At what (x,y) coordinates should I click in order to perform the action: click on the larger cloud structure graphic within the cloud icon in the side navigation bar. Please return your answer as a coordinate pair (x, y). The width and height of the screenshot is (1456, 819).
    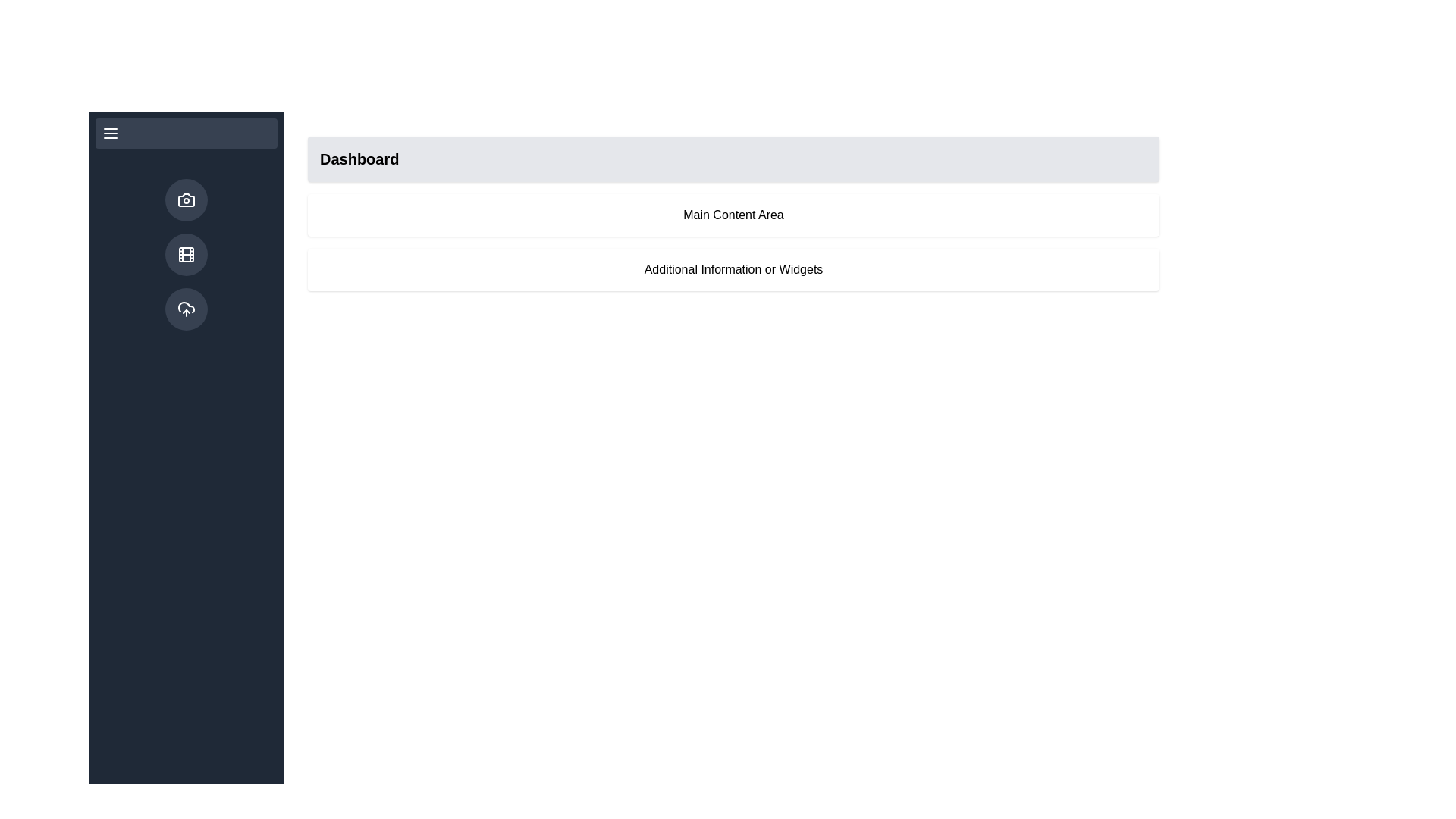
    Looking at the image, I should click on (185, 307).